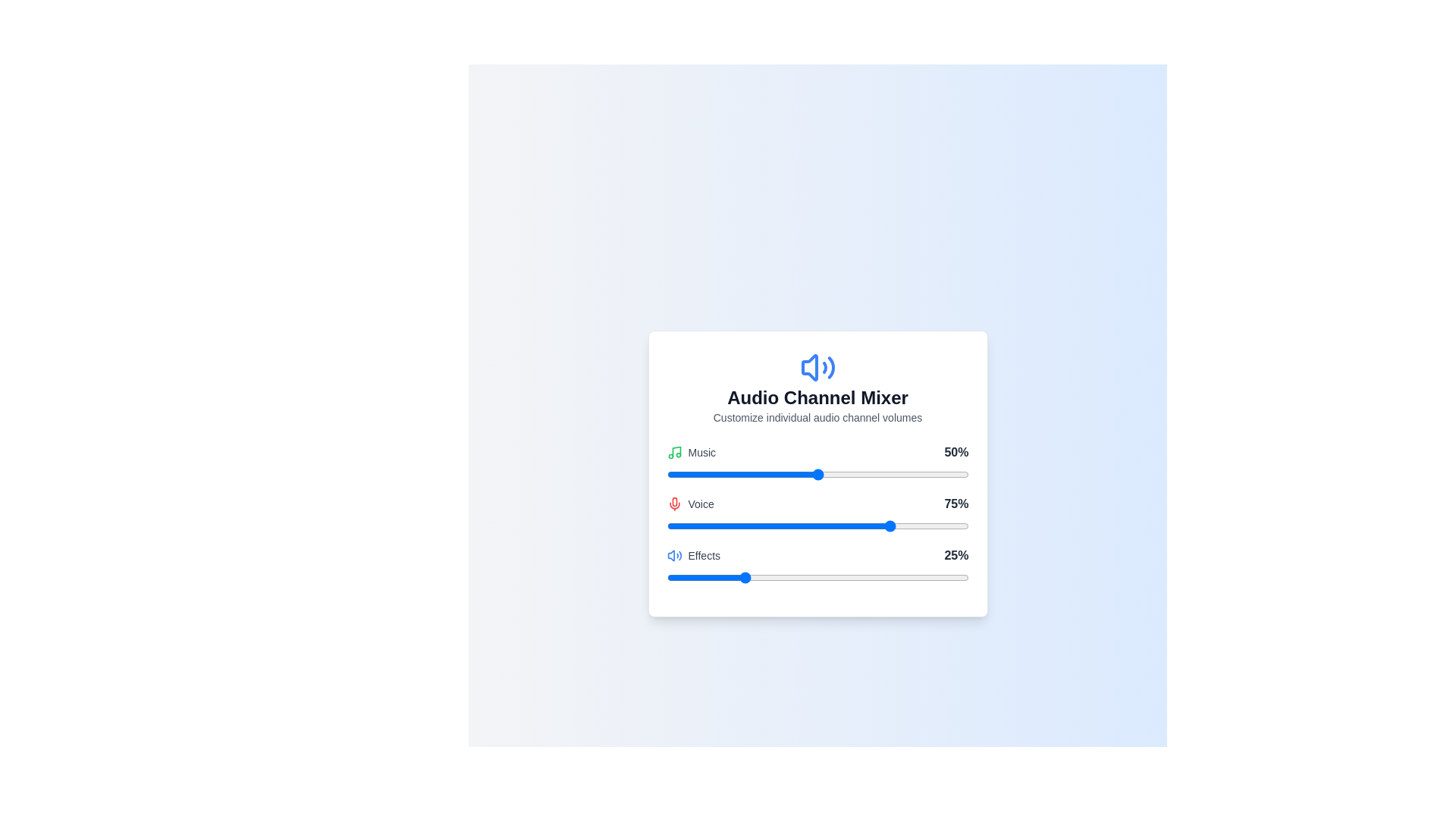  Describe the element at coordinates (872, 578) in the screenshot. I see `the 'Effects' volume slider` at that location.